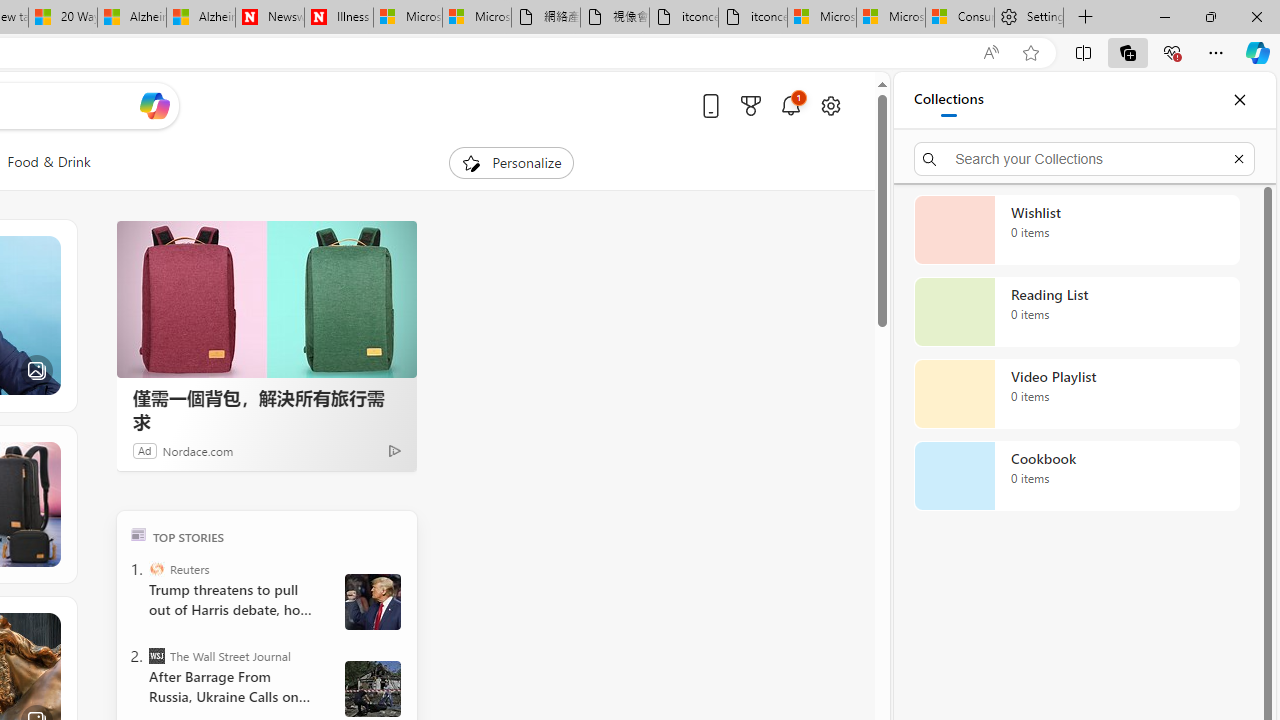  I want to click on 'Consumer Health Data Privacy Policy', so click(960, 17).